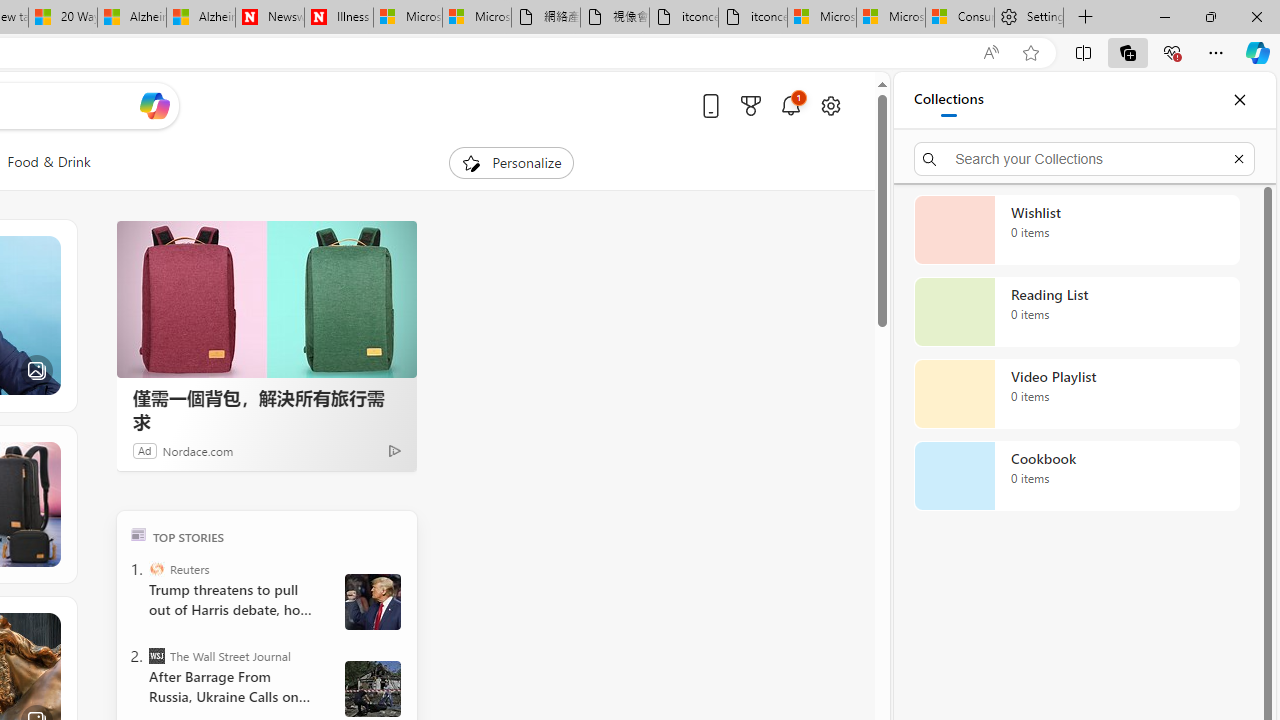  I want to click on 'Consumer Health Data Privacy Policy', so click(960, 17).